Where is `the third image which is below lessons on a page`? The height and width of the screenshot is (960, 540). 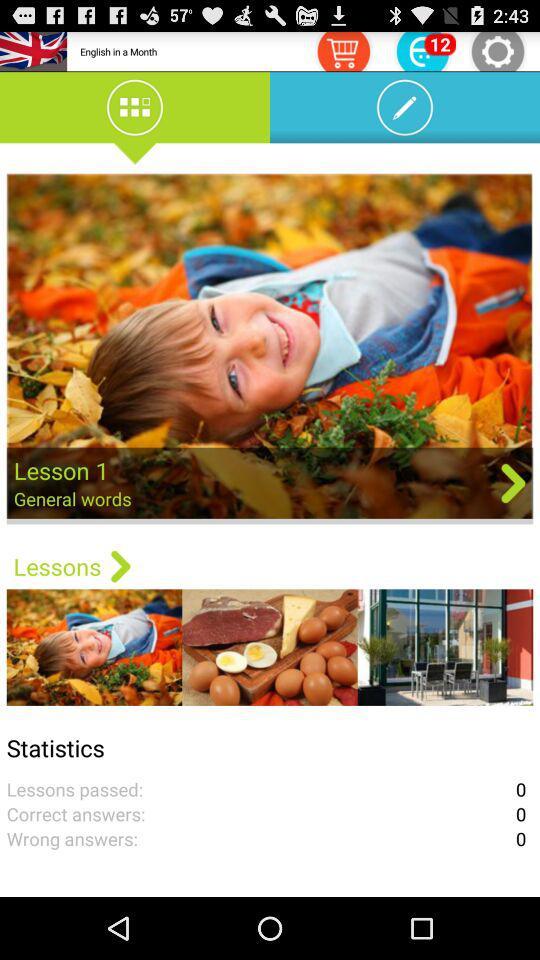 the third image which is below lessons on a page is located at coordinates (445, 646).